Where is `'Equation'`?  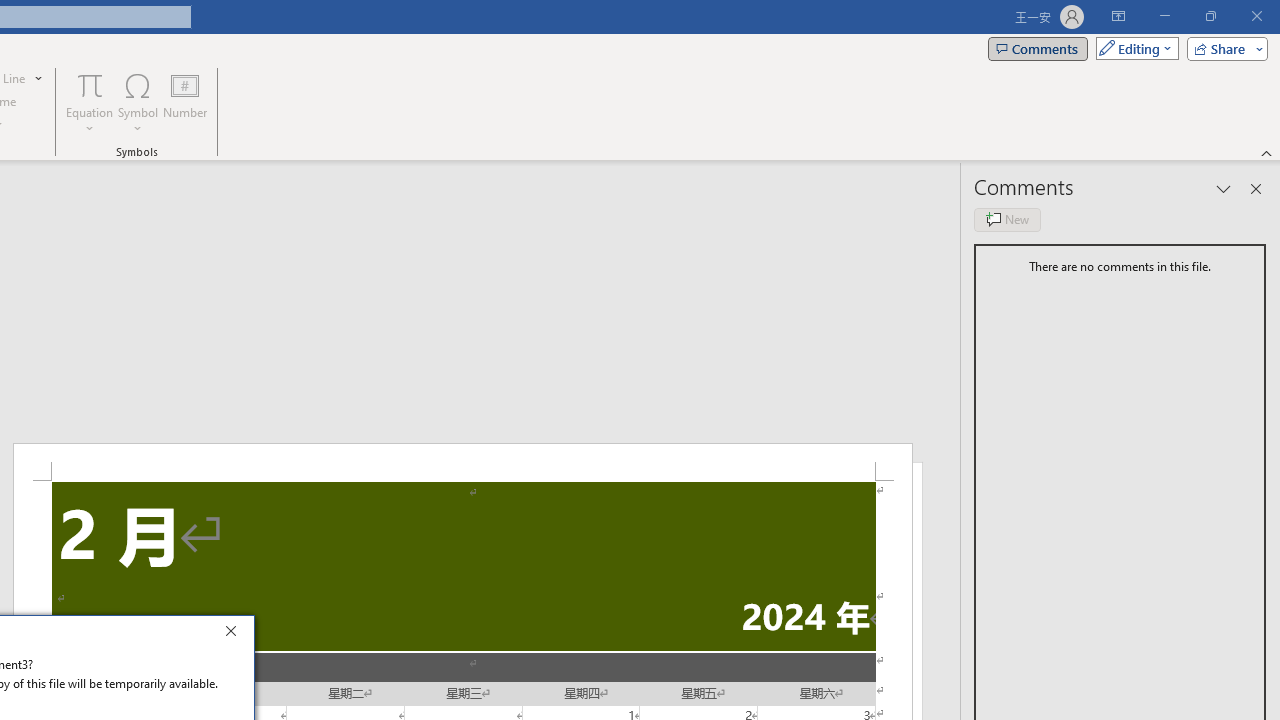 'Equation' is located at coordinates (89, 103).